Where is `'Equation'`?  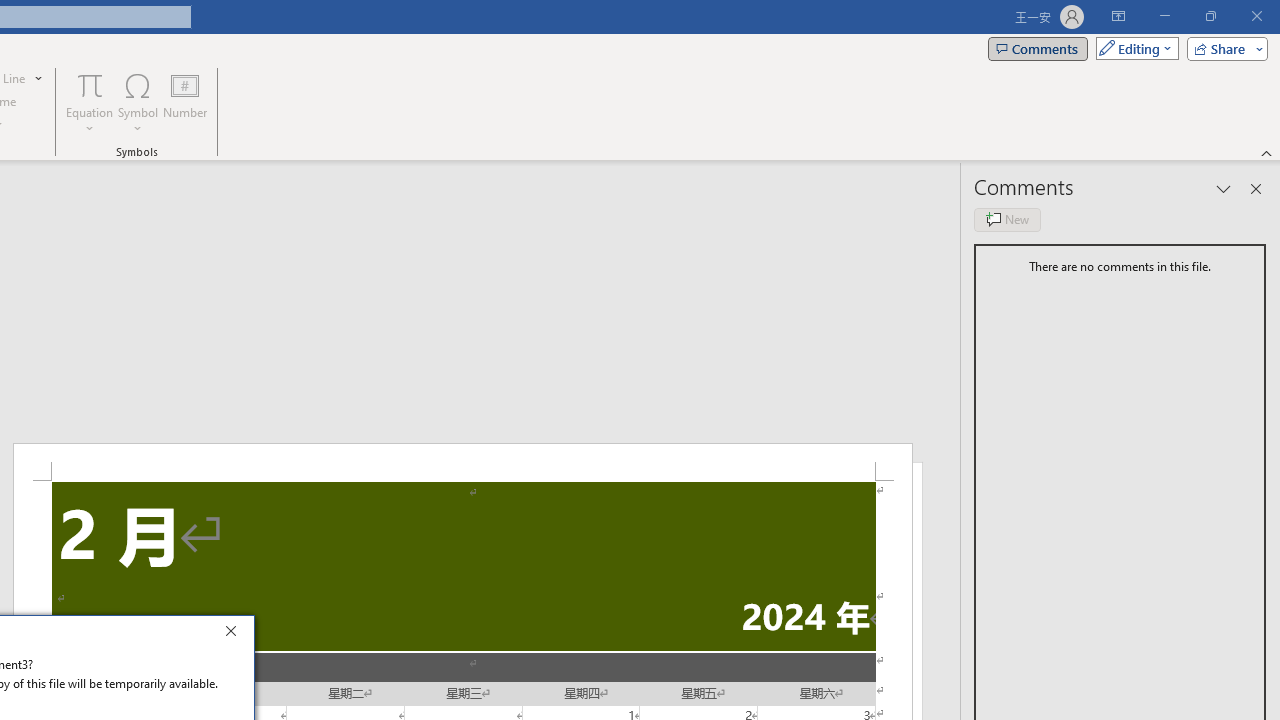 'Equation' is located at coordinates (89, 103).